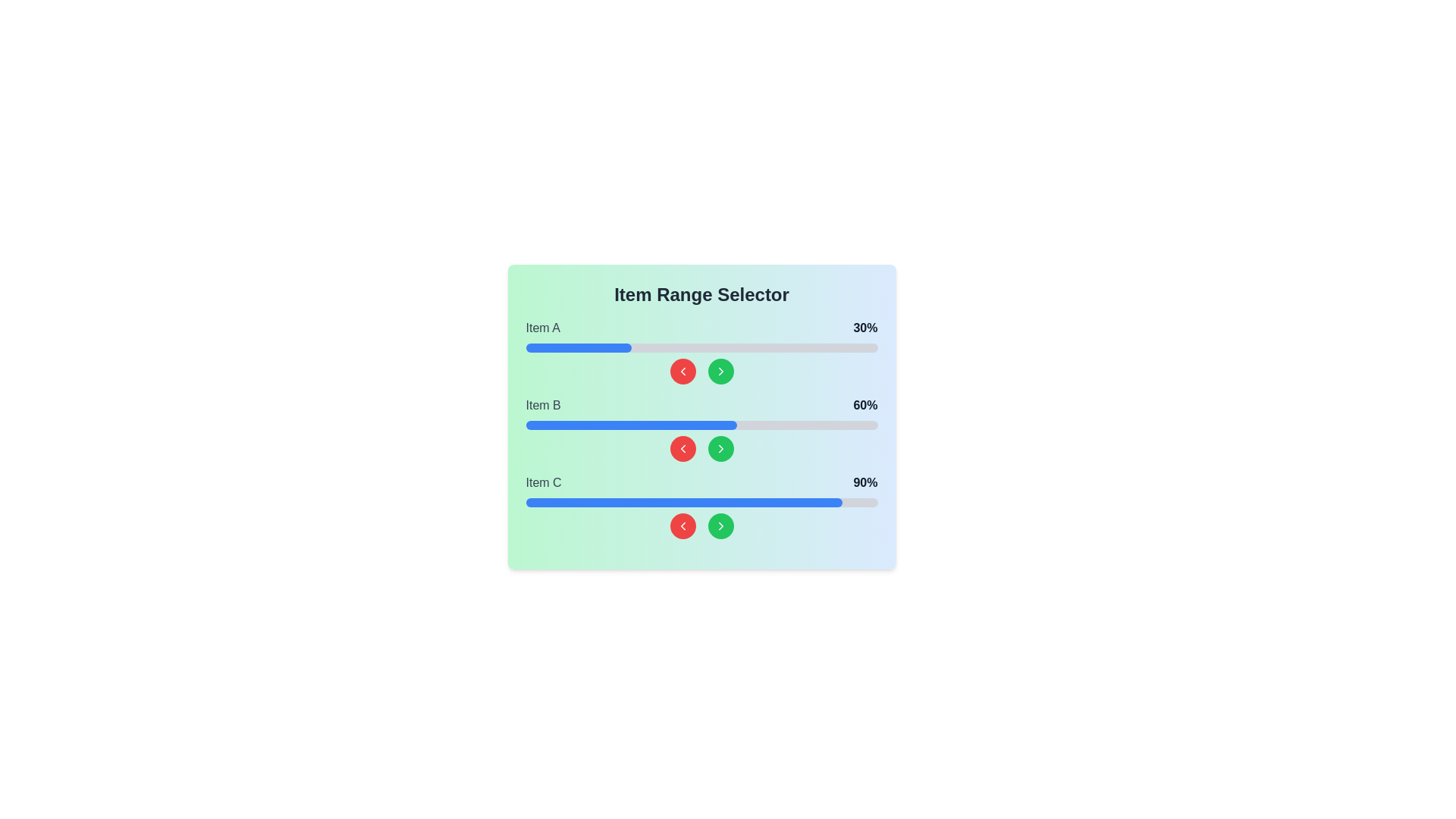  Describe the element at coordinates (701, 429) in the screenshot. I see `the progress bar labeled 'Item B' that indicates 60% completion, which is the second of three vertically stacked progress bars` at that location.